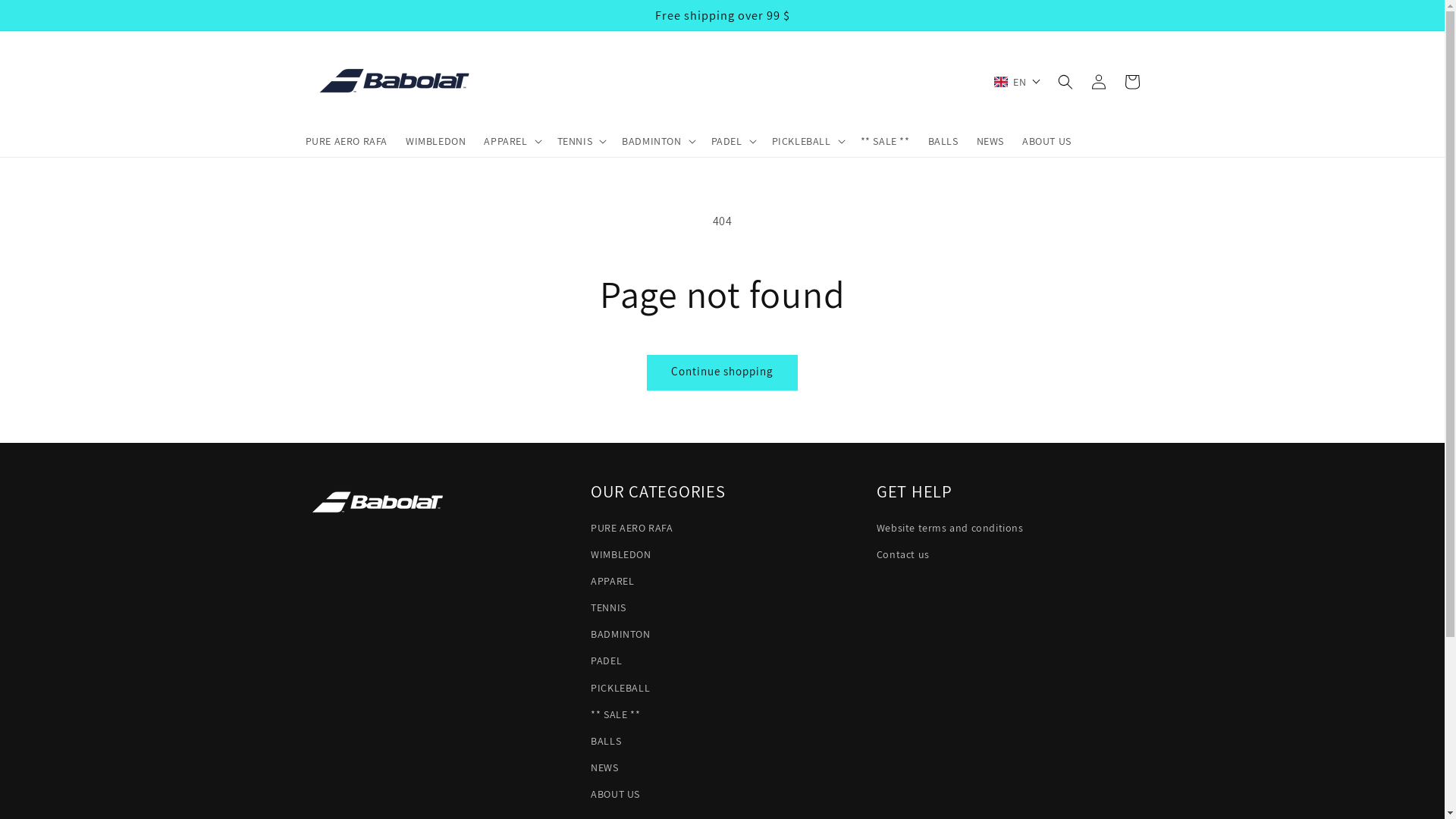  I want to click on '** SALE **', so click(615, 714).